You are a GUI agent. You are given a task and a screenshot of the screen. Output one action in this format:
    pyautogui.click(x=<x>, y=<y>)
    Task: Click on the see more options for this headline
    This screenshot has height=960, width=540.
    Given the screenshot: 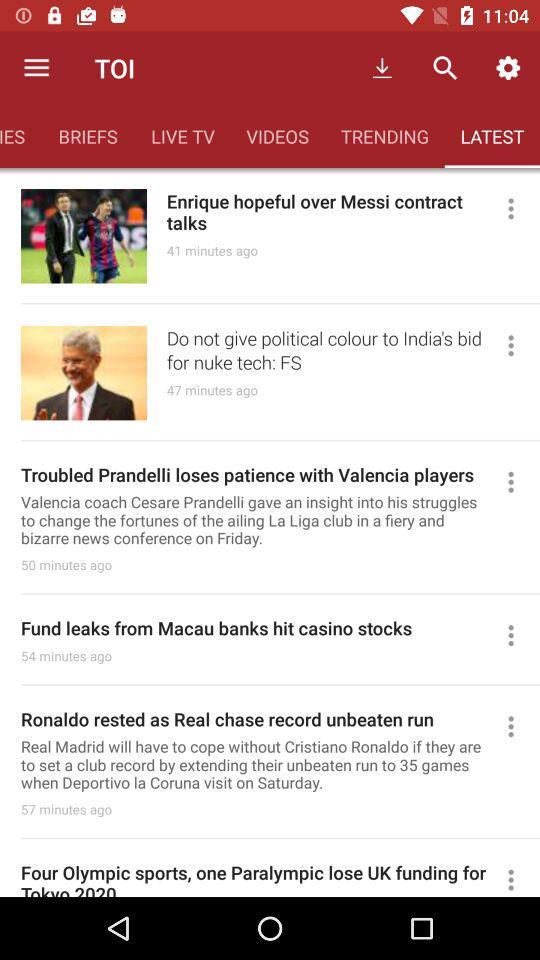 What is the action you would take?
    pyautogui.click(x=519, y=877)
    